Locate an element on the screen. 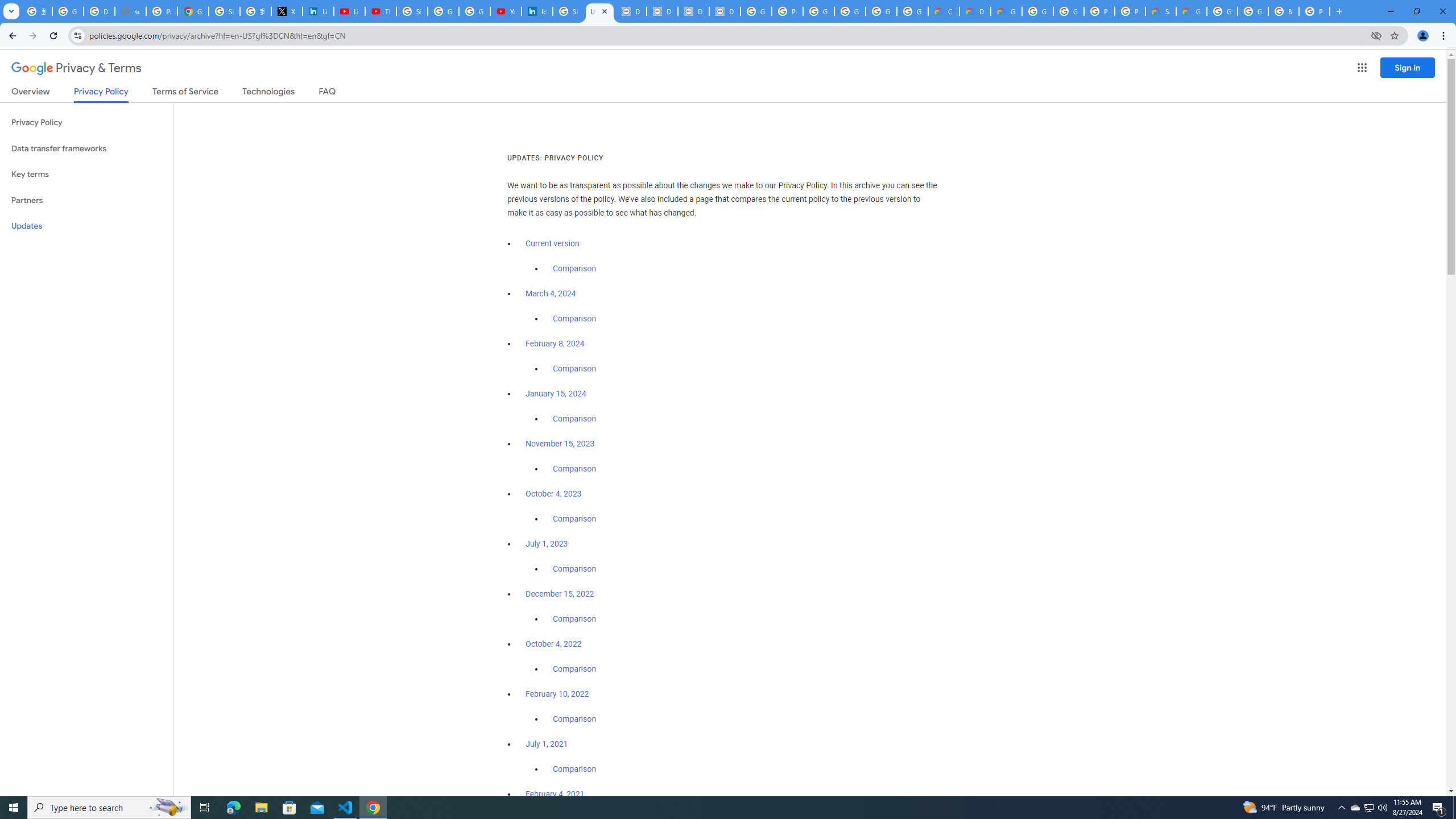 The height and width of the screenshot is (819, 1456). 'Current version' is located at coordinates (552, 243).